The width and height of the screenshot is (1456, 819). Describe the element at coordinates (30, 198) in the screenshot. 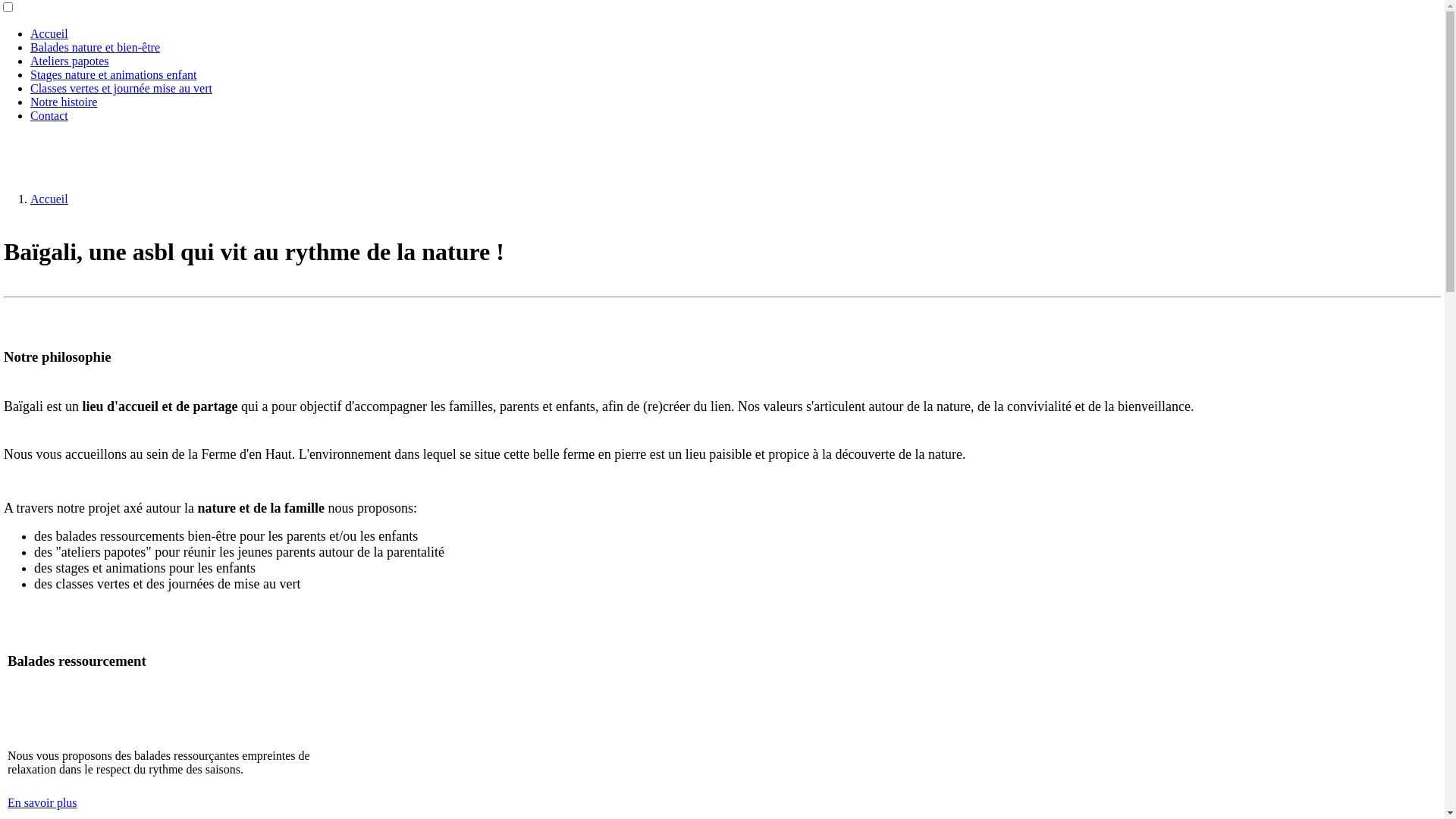

I see `'Accueil'` at that location.